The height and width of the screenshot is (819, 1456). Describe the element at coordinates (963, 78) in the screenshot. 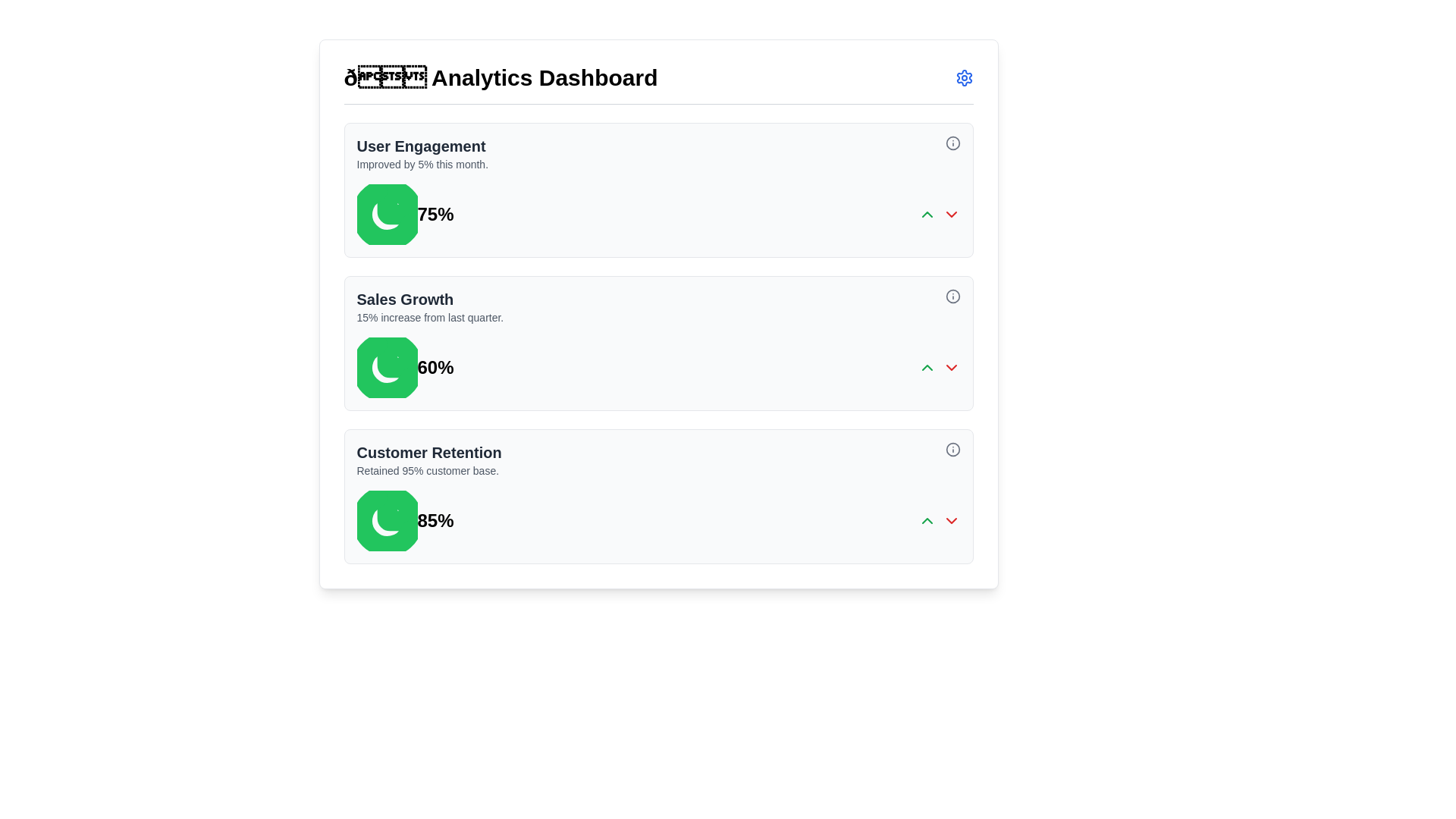

I see `the Gear icon in the header section of the dashboard interface, located to the right of '📊 Analytics Dashboard'` at that location.